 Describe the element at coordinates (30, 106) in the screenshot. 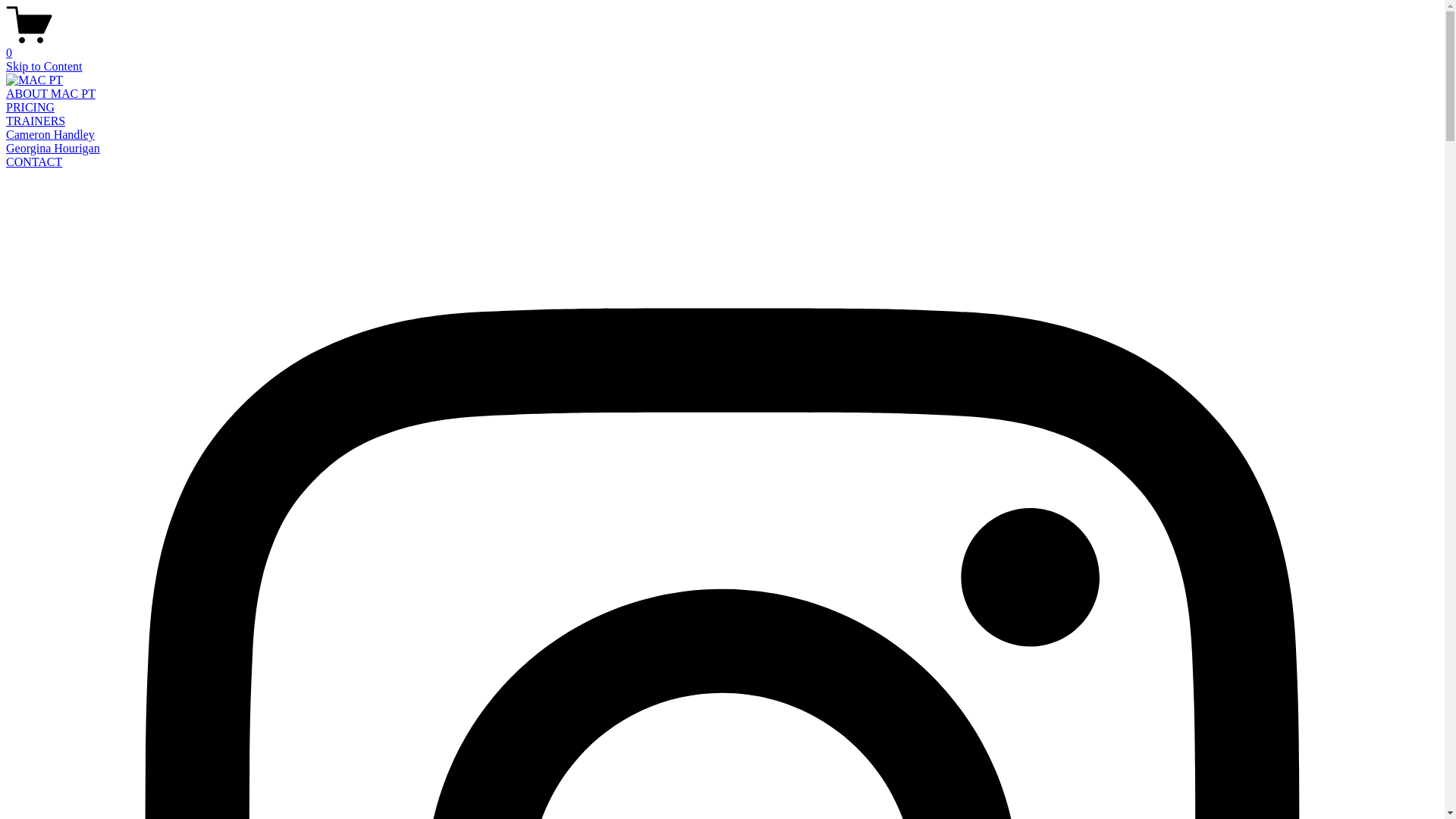

I see `'PRICING'` at that location.